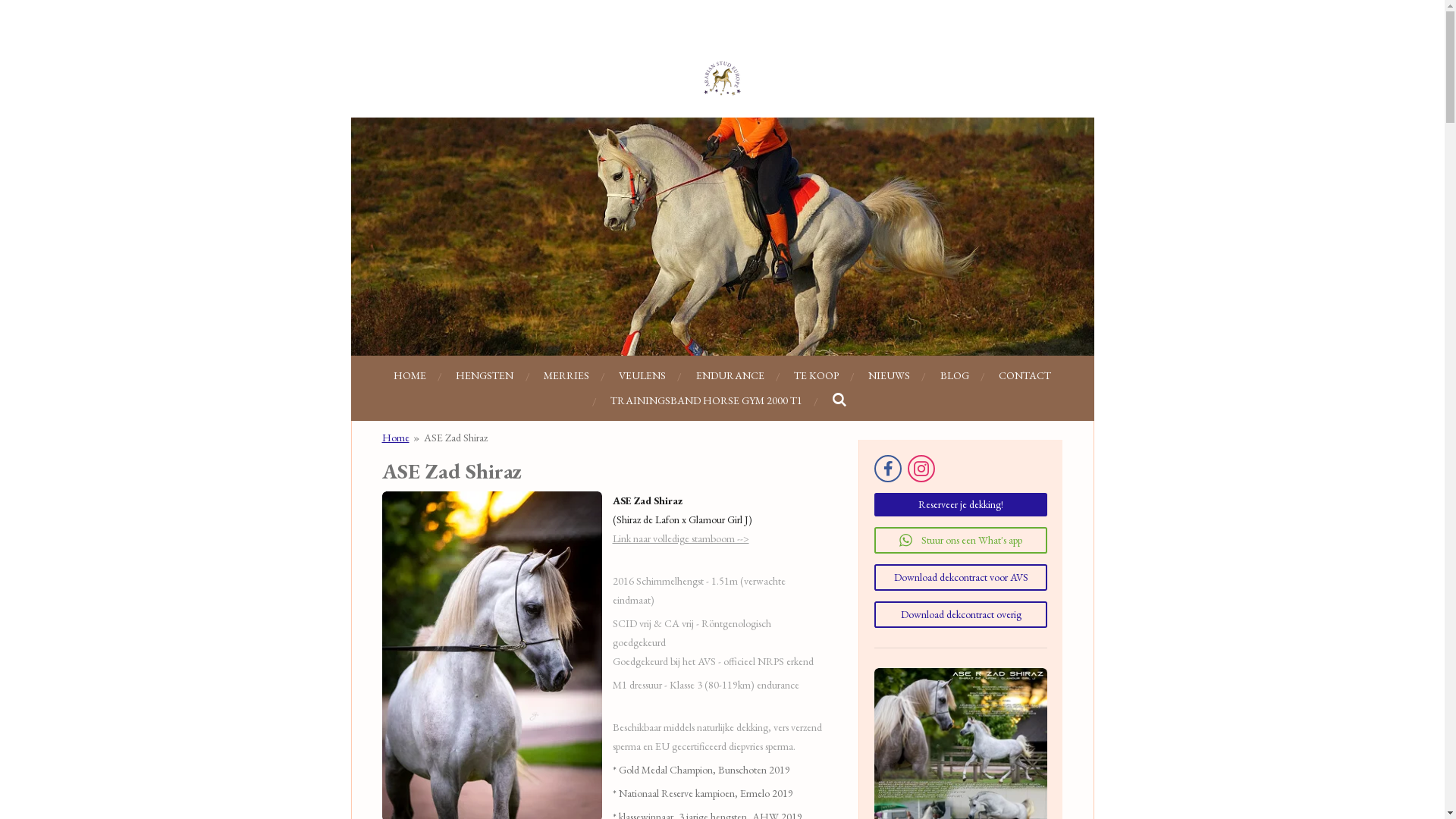 The image size is (1456, 819). Describe the element at coordinates (815, 375) in the screenshot. I see `'TE KOOP'` at that location.